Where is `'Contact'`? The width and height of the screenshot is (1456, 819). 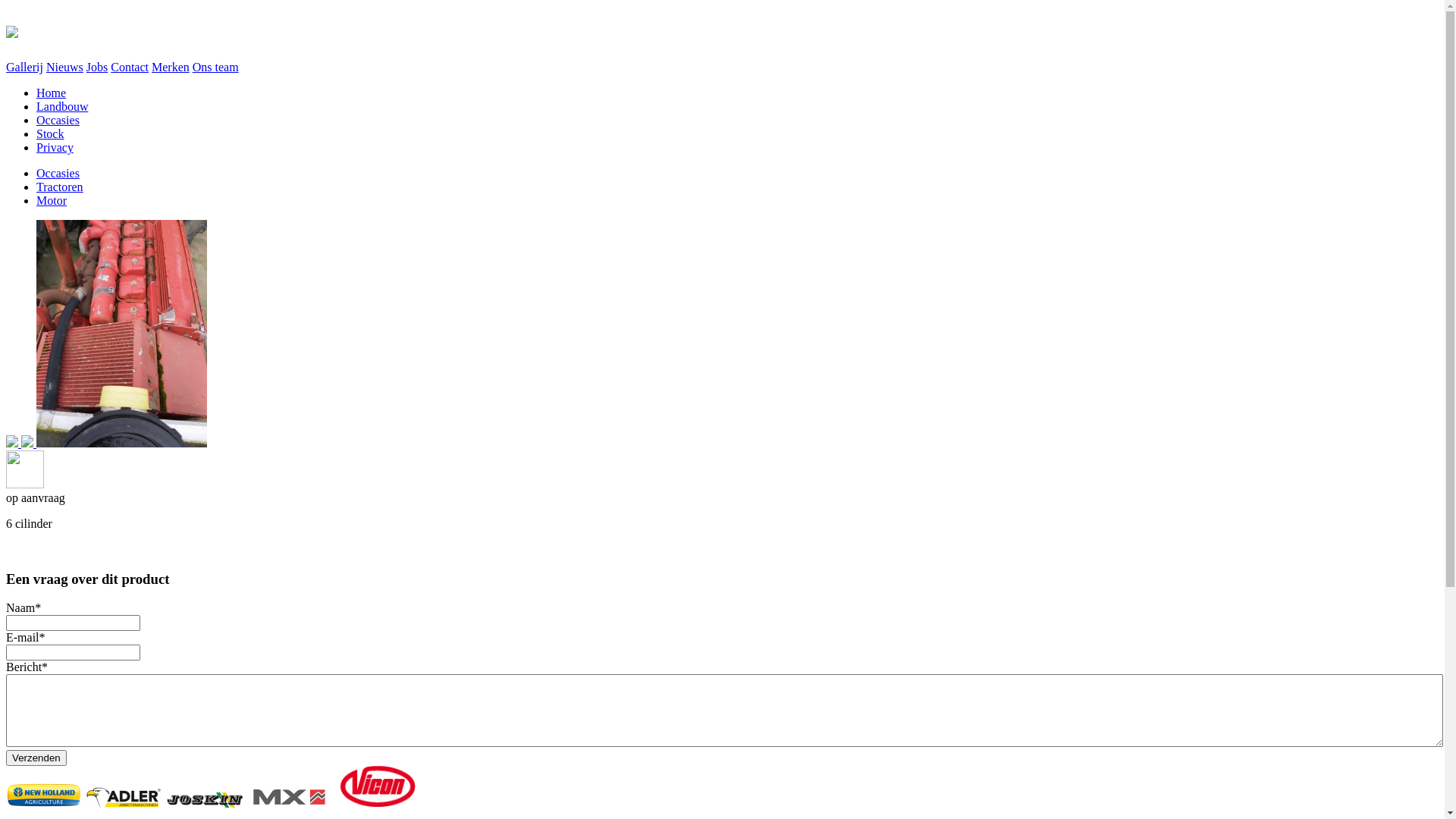 'Contact' is located at coordinates (130, 66).